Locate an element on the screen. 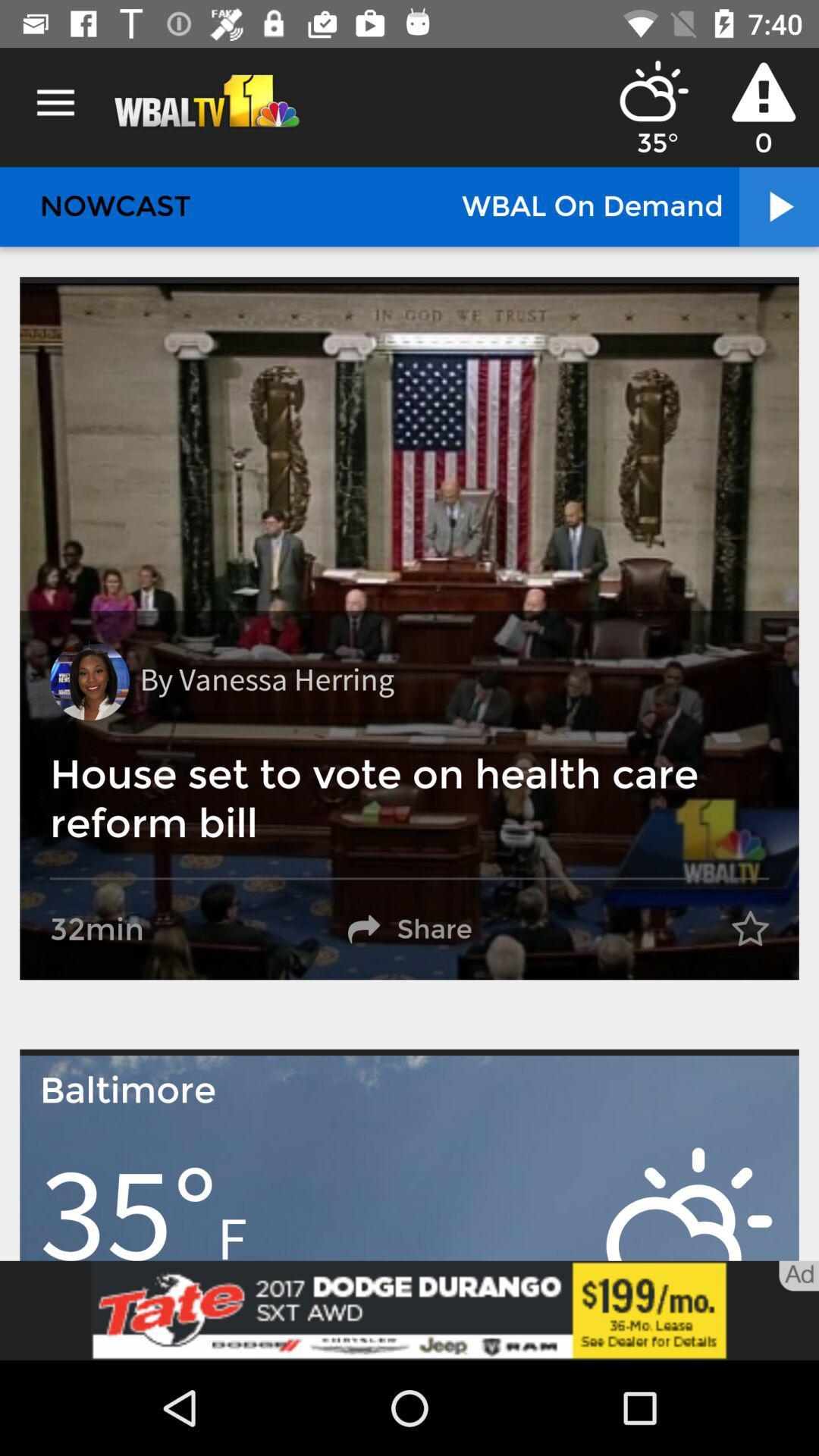 The image size is (819, 1456). adverisment is located at coordinates (409, 1310).